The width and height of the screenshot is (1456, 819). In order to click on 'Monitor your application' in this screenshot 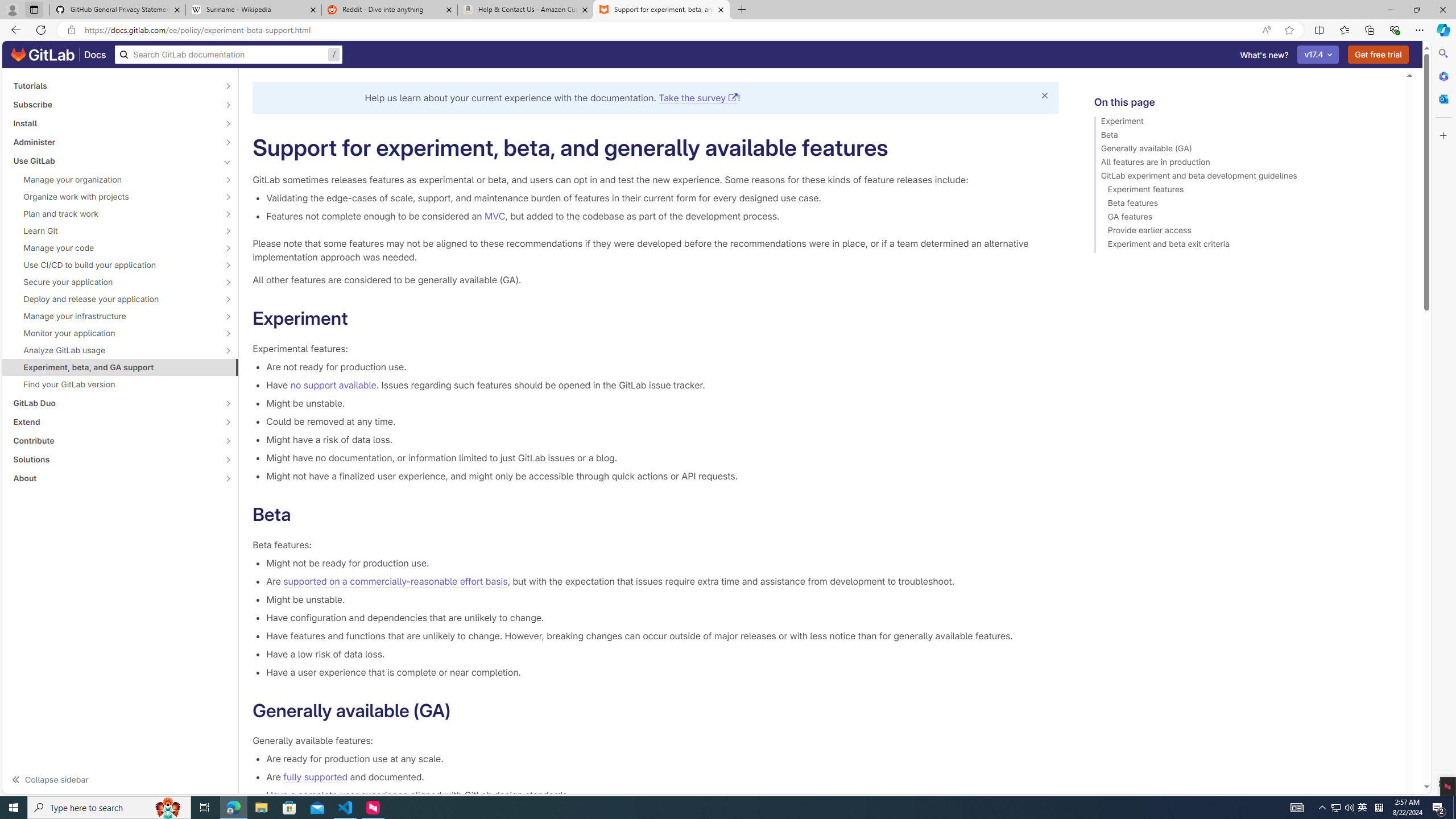, I will do `click(113, 333)`.